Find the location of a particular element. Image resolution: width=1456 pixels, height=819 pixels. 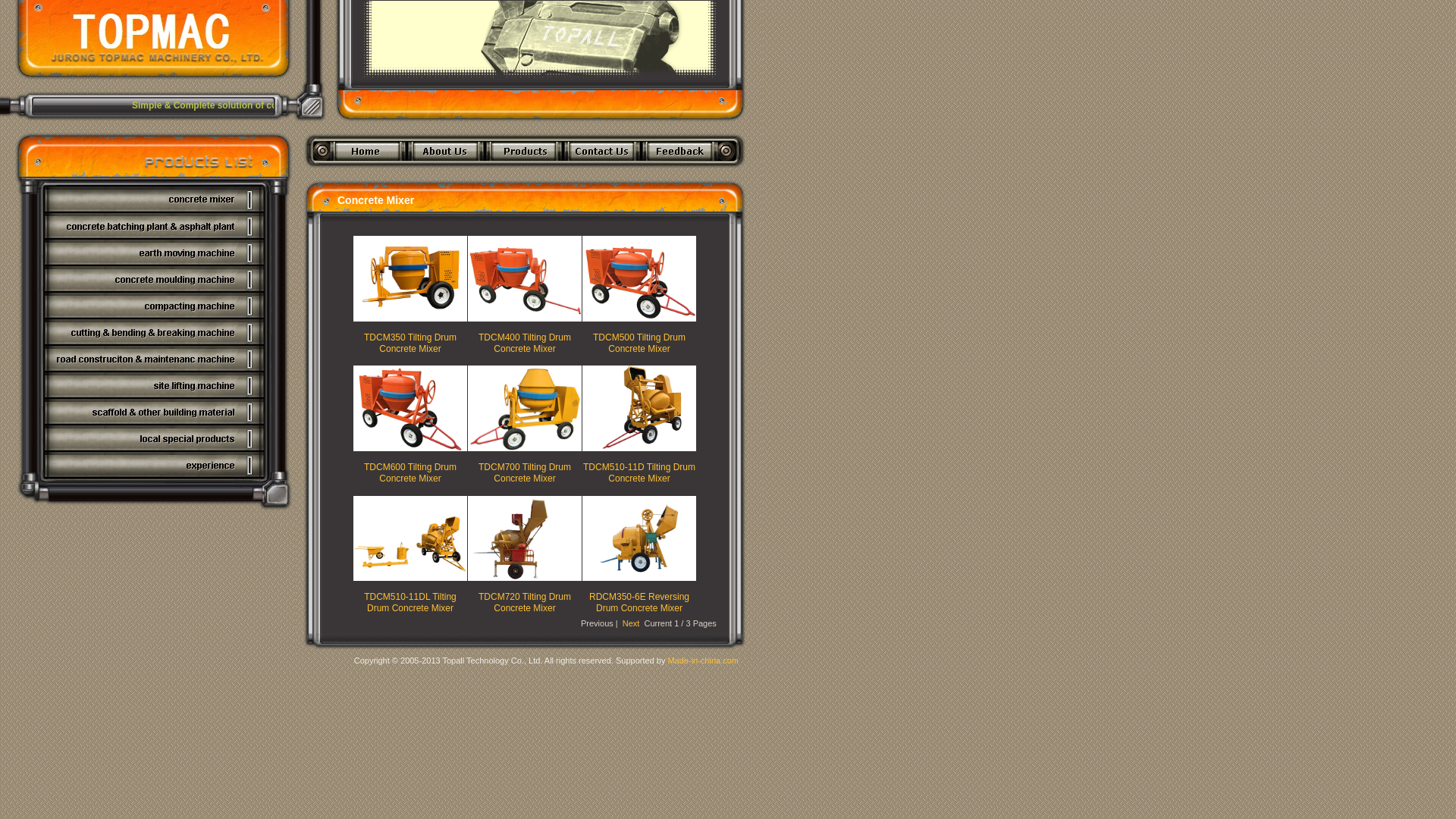

'ralph lauren polo' is located at coordinates (1160, 174).